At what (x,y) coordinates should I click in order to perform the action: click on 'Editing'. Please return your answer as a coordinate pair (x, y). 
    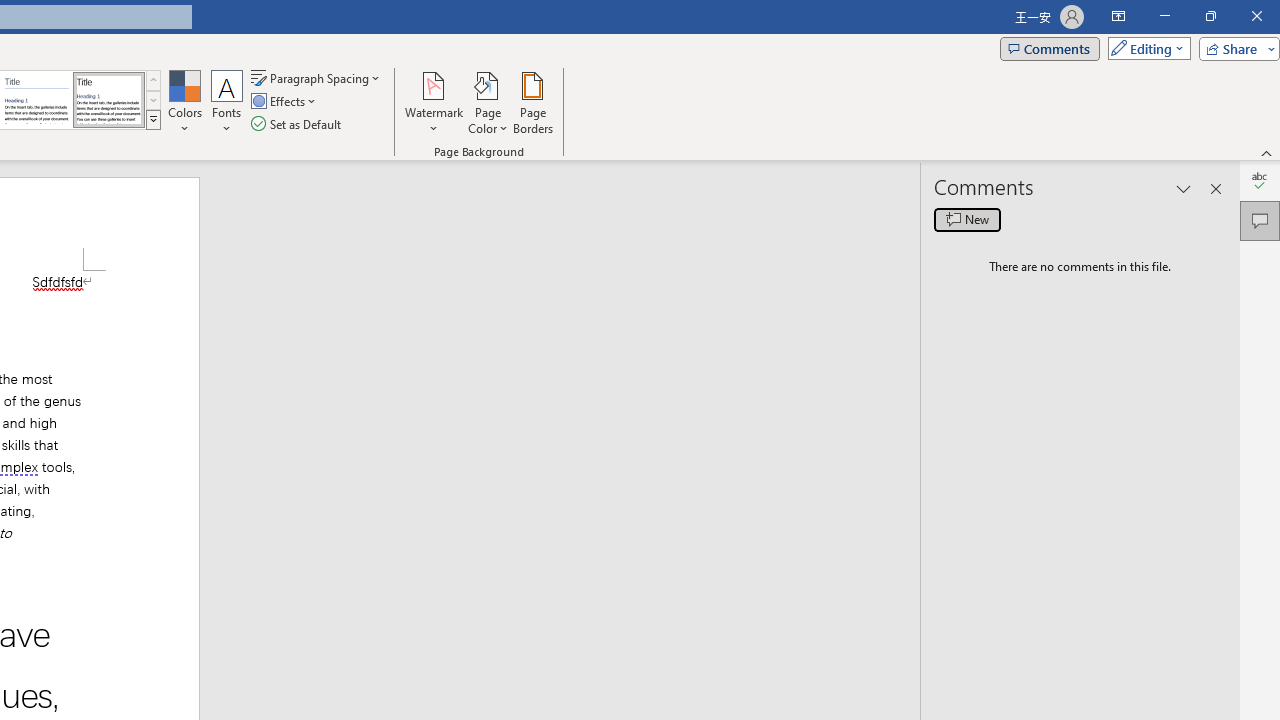
    Looking at the image, I should click on (1144, 47).